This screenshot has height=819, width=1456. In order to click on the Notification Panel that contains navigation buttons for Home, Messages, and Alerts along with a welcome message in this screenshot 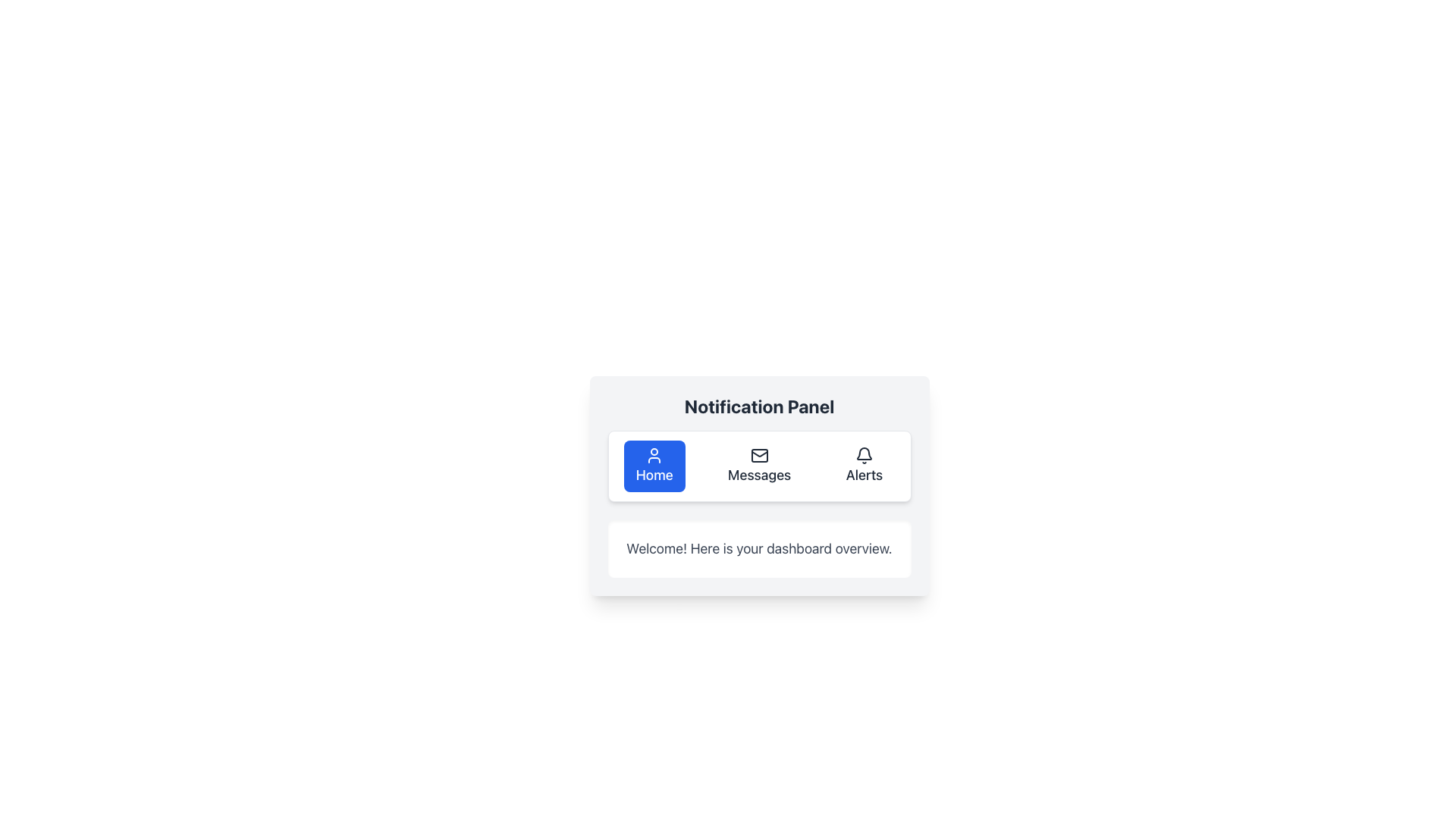, I will do `click(759, 485)`.